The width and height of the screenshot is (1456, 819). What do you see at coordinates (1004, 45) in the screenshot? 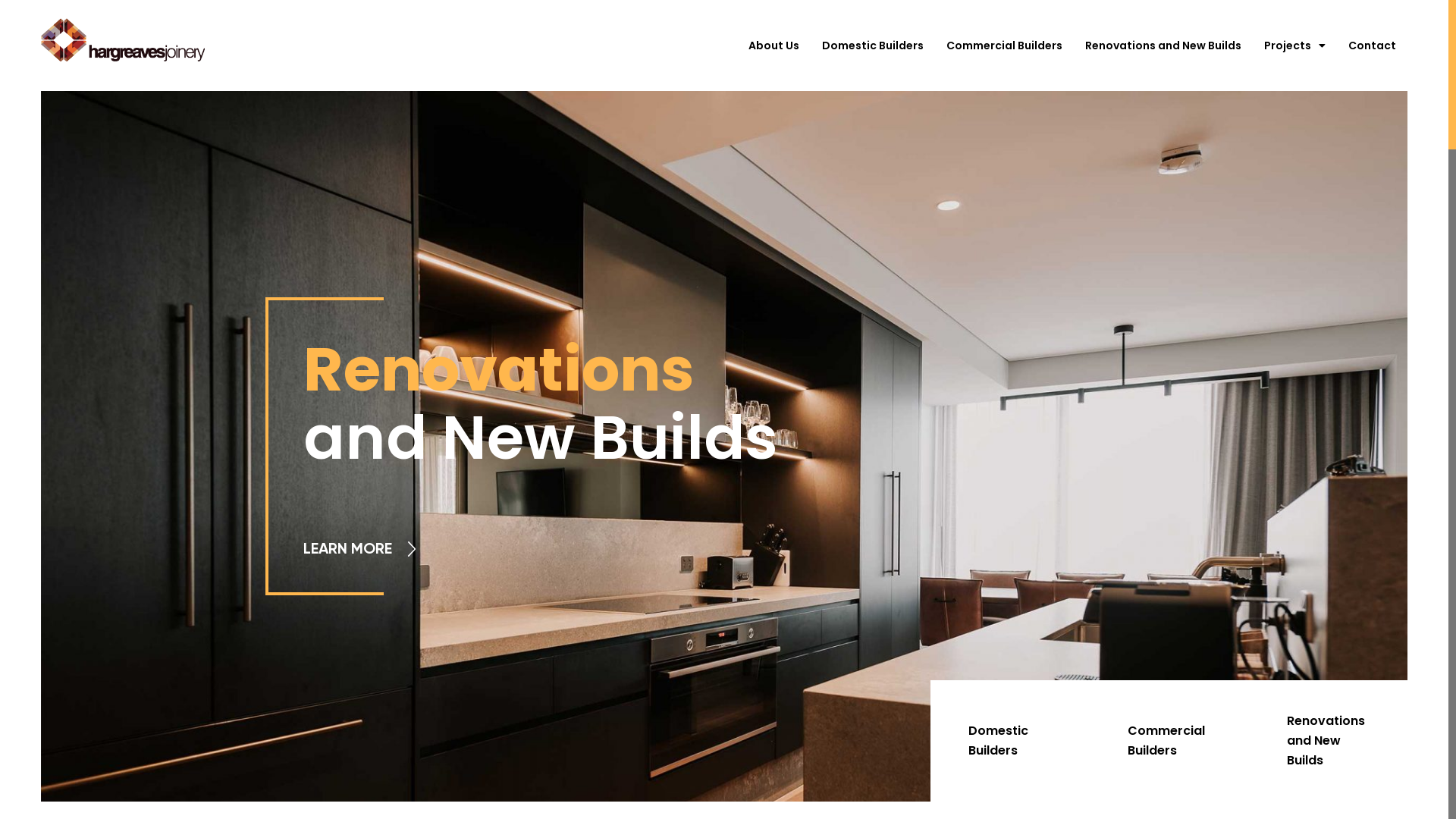
I see `'Commercial Builders'` at bounding box center [1004, 45].